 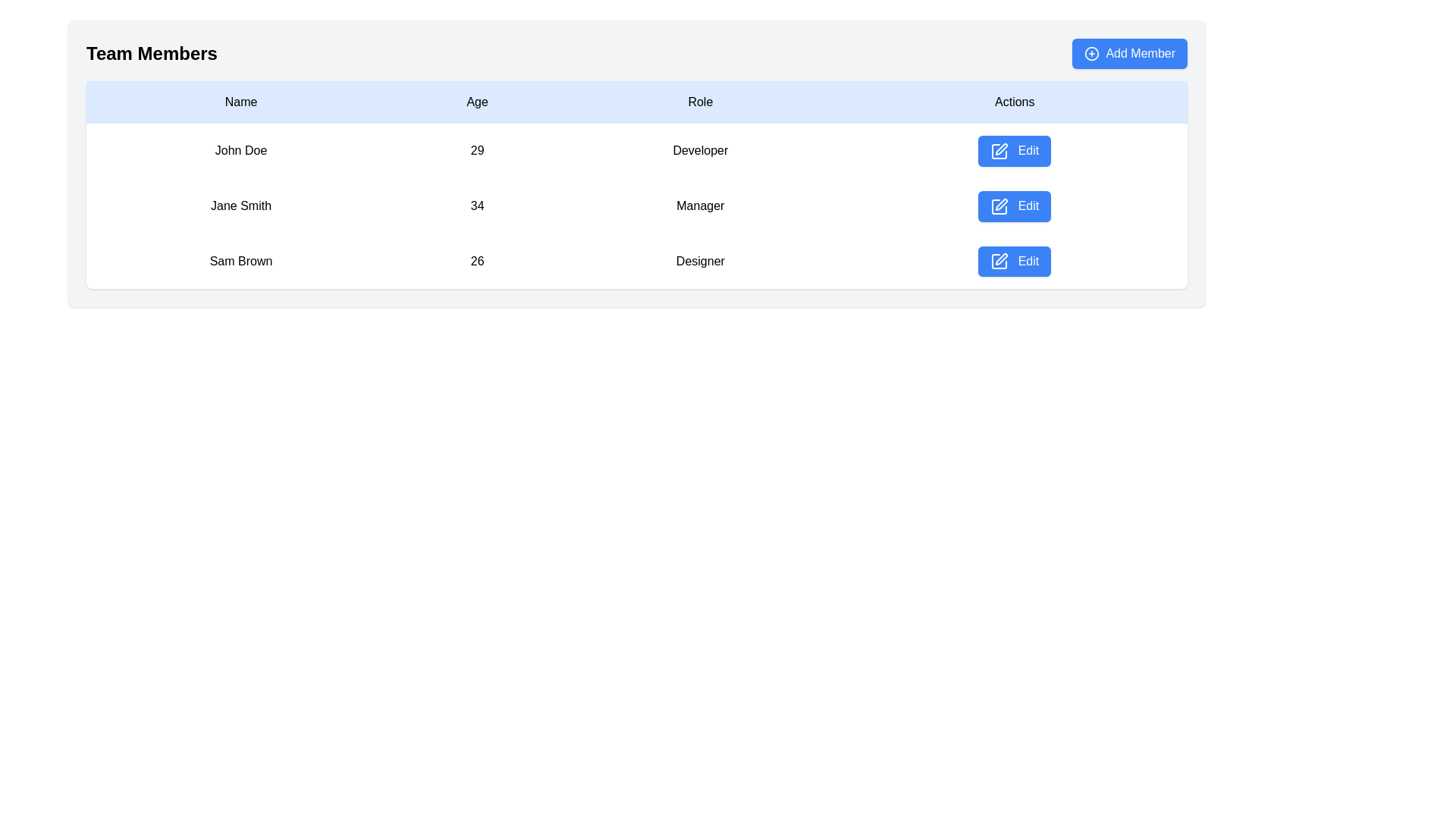 What do you see at coordinates (1092, 52) in the screenshot?
I see `the circular icon with a plus sign located to the left of the 'Add Member' label` at bounding box center [1092, 52].